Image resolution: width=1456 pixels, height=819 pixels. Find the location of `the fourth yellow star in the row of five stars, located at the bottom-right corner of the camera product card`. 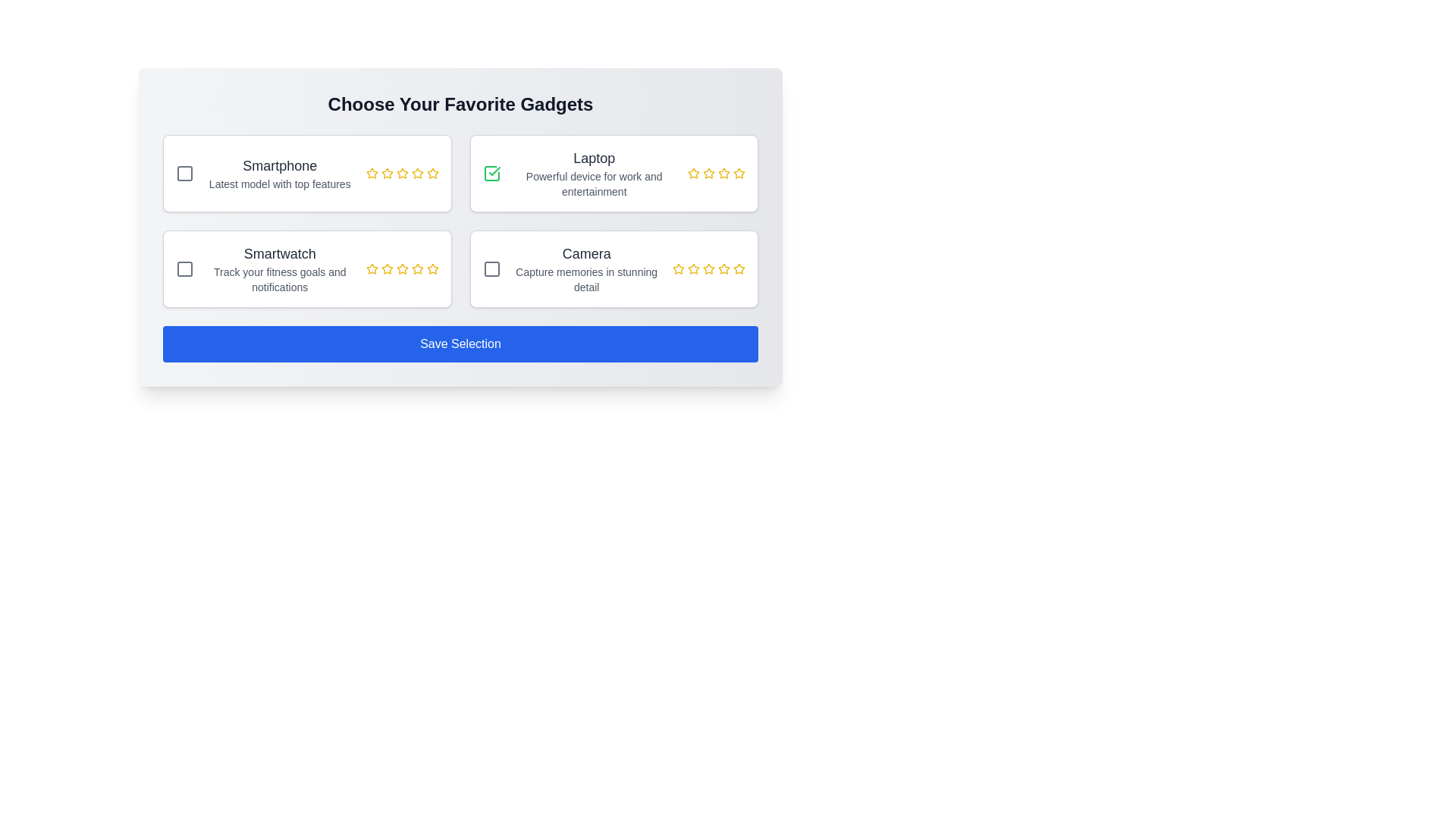

the fourth yellow star in the row of five stars, located at the bottom-right corner of the camera product card is located at coordinates (708, 268).